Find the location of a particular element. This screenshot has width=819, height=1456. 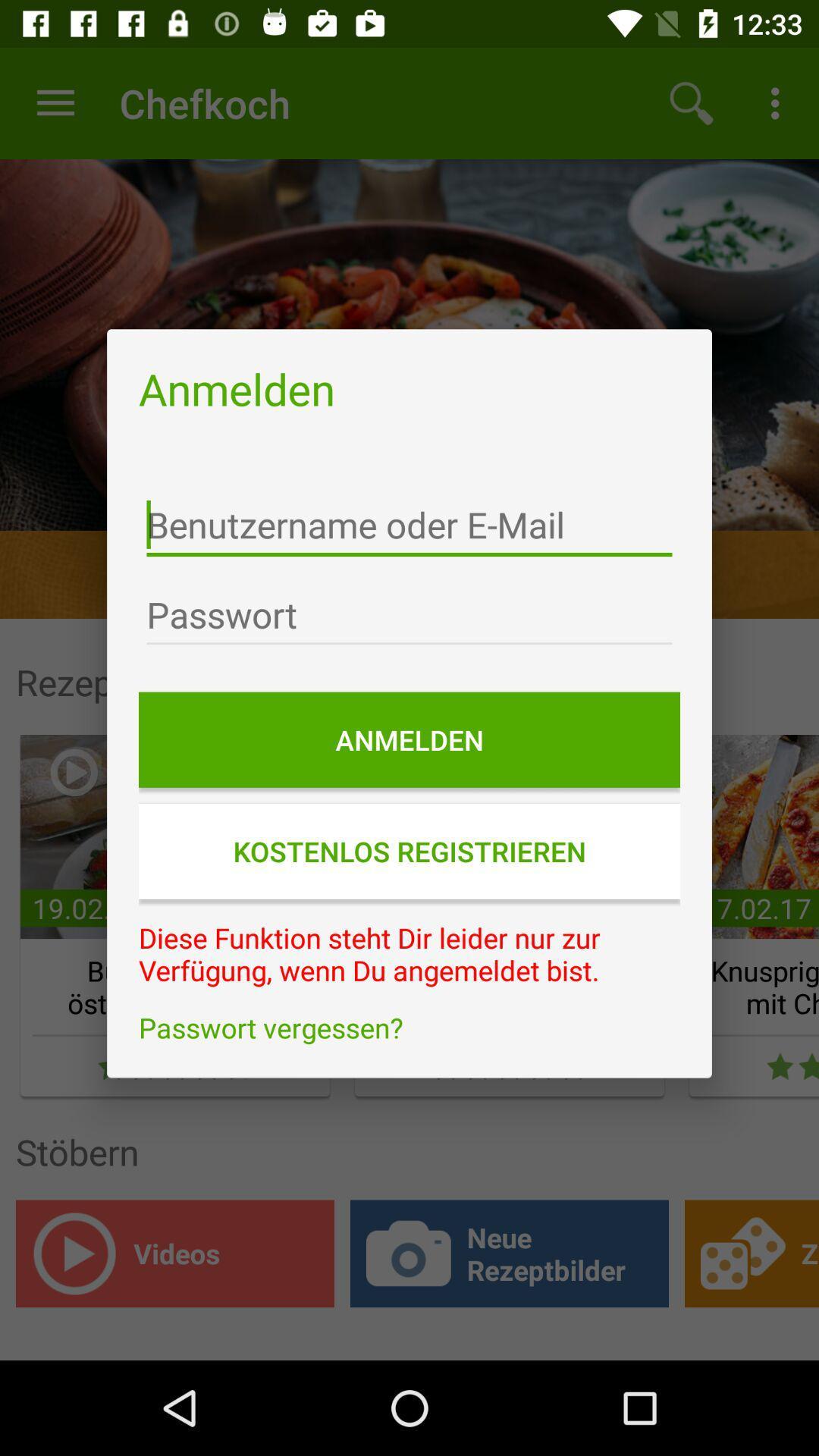

type password is located at coordinates (409, 615).